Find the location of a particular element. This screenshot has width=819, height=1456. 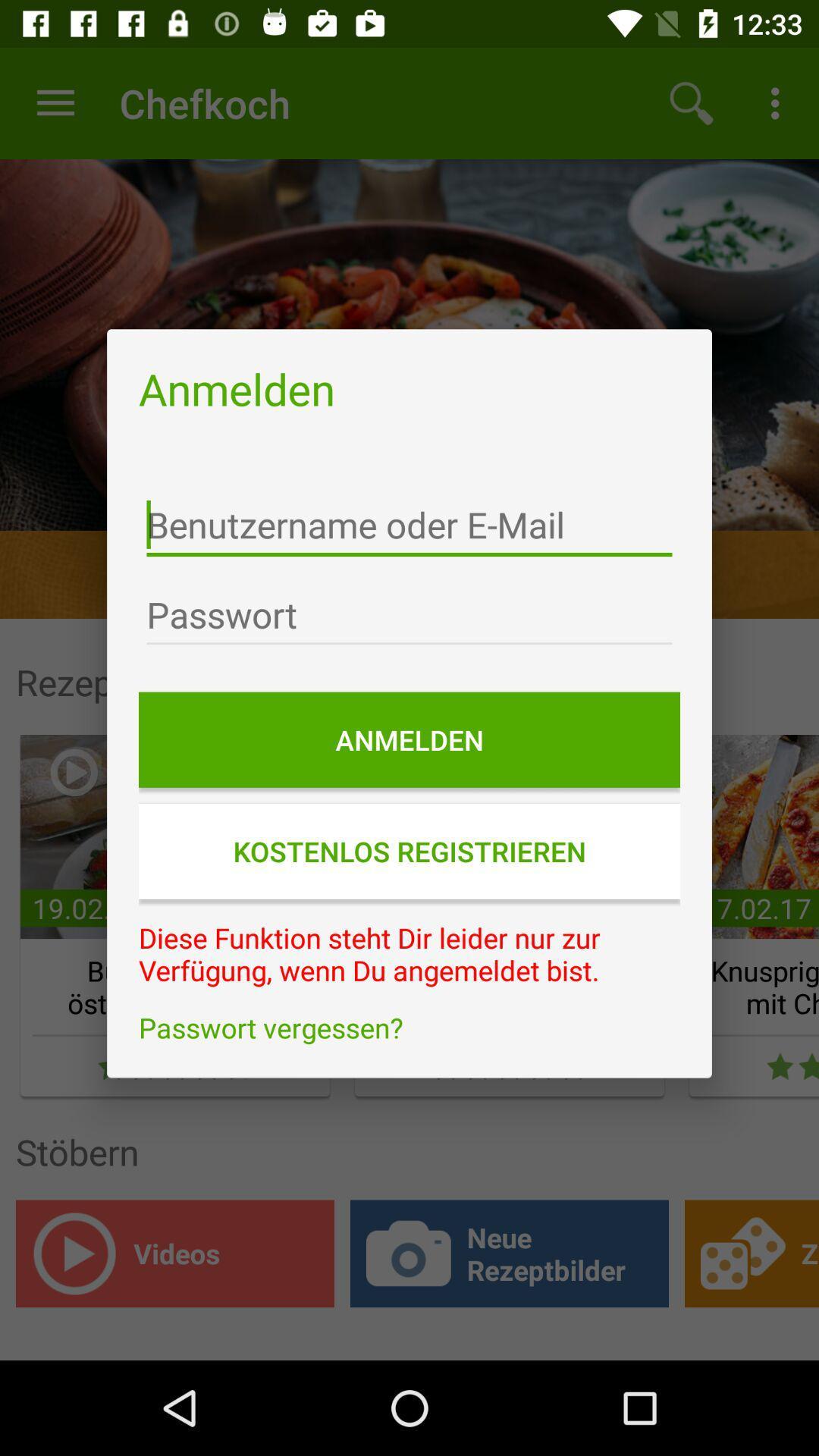

type password is located at coordinates (409, 615).